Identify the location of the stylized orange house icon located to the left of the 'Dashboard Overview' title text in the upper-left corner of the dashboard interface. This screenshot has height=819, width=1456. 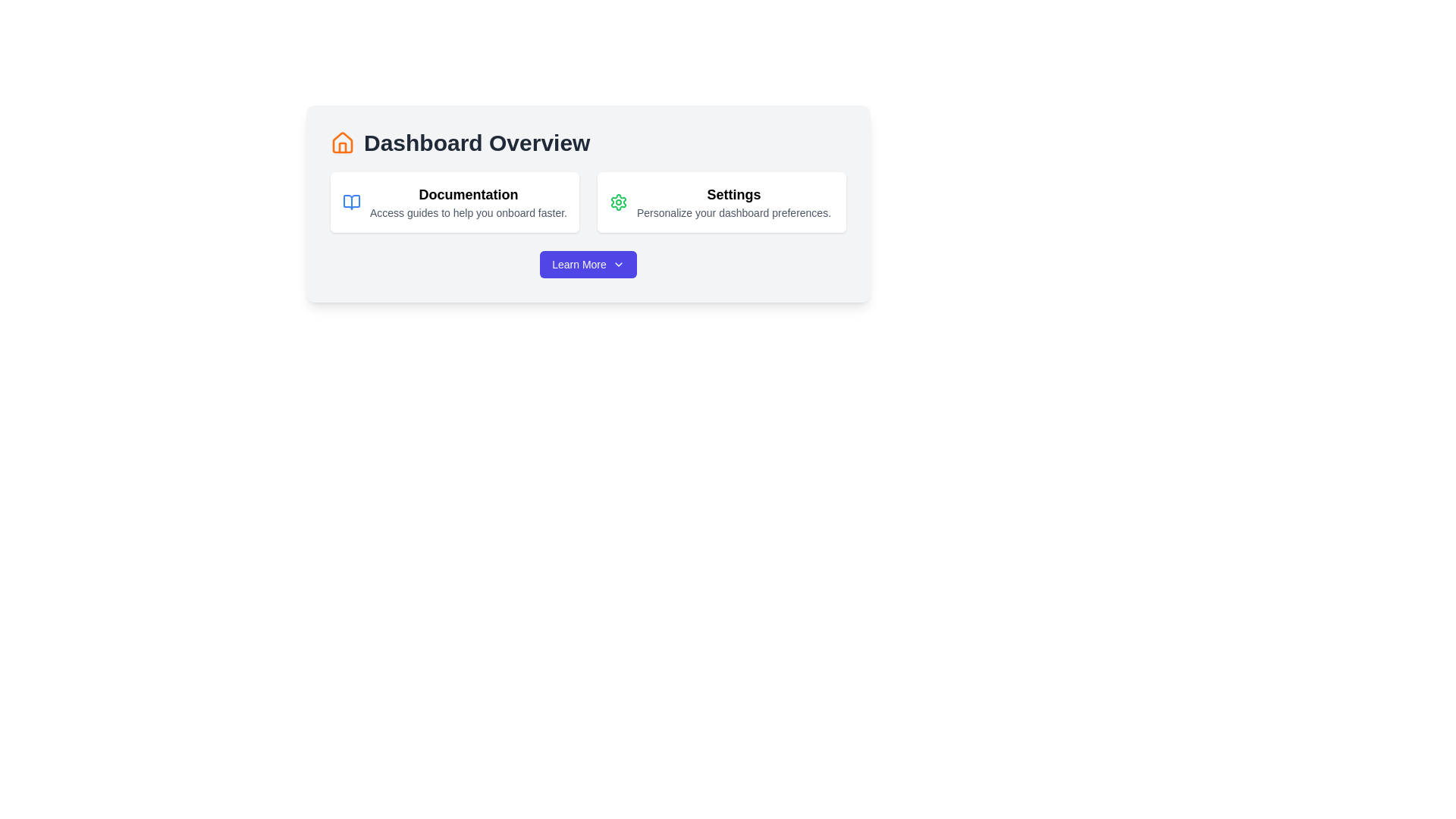
(341, 143).